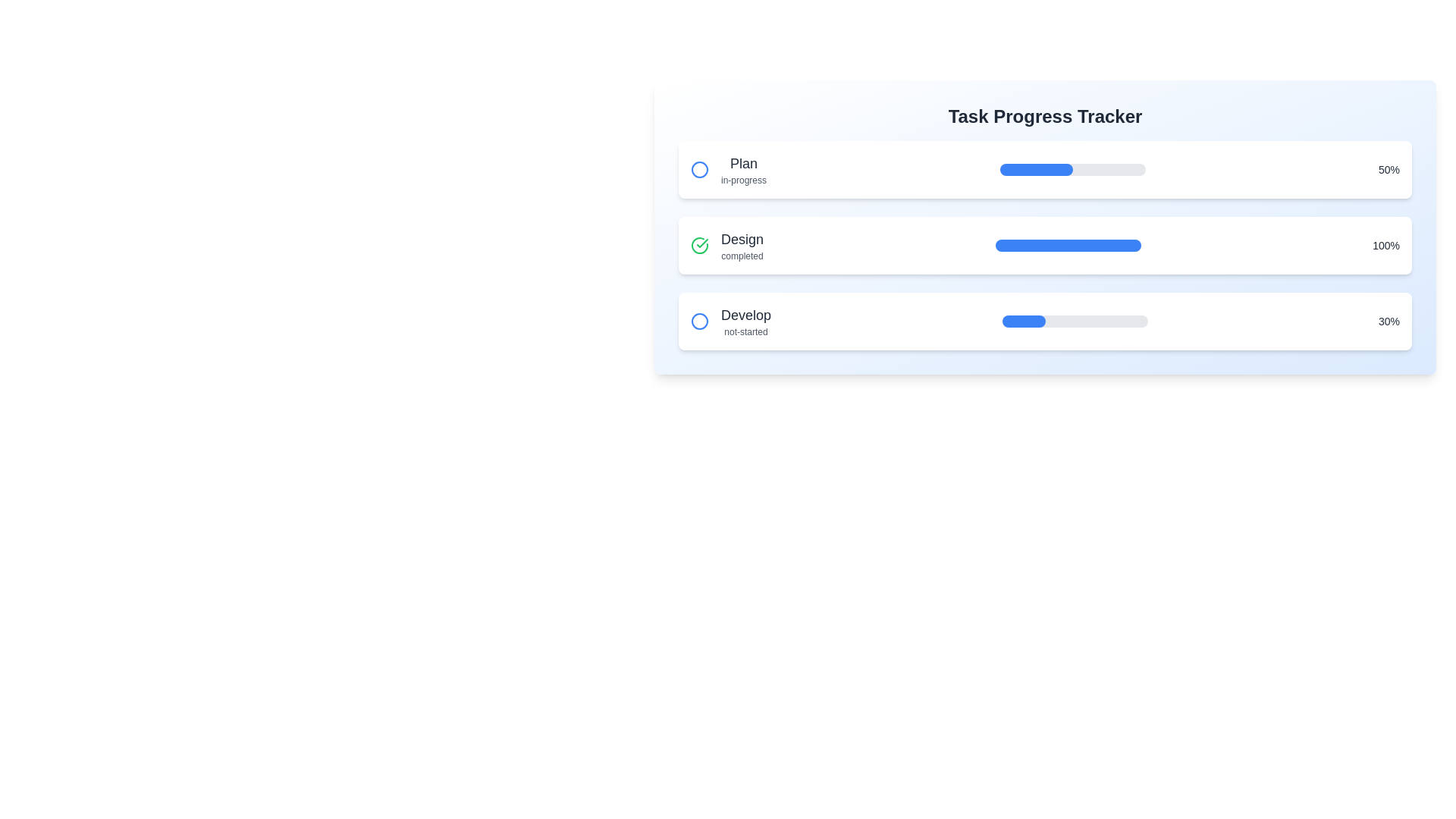 The width and height of the screenshot is (1456, 819). I want to click on displayed information from the Section with progress indicator that provides an overview of the 'Plan' task's progress, including the textual description, progress bar, and completion percentage, so click(1044, 169).